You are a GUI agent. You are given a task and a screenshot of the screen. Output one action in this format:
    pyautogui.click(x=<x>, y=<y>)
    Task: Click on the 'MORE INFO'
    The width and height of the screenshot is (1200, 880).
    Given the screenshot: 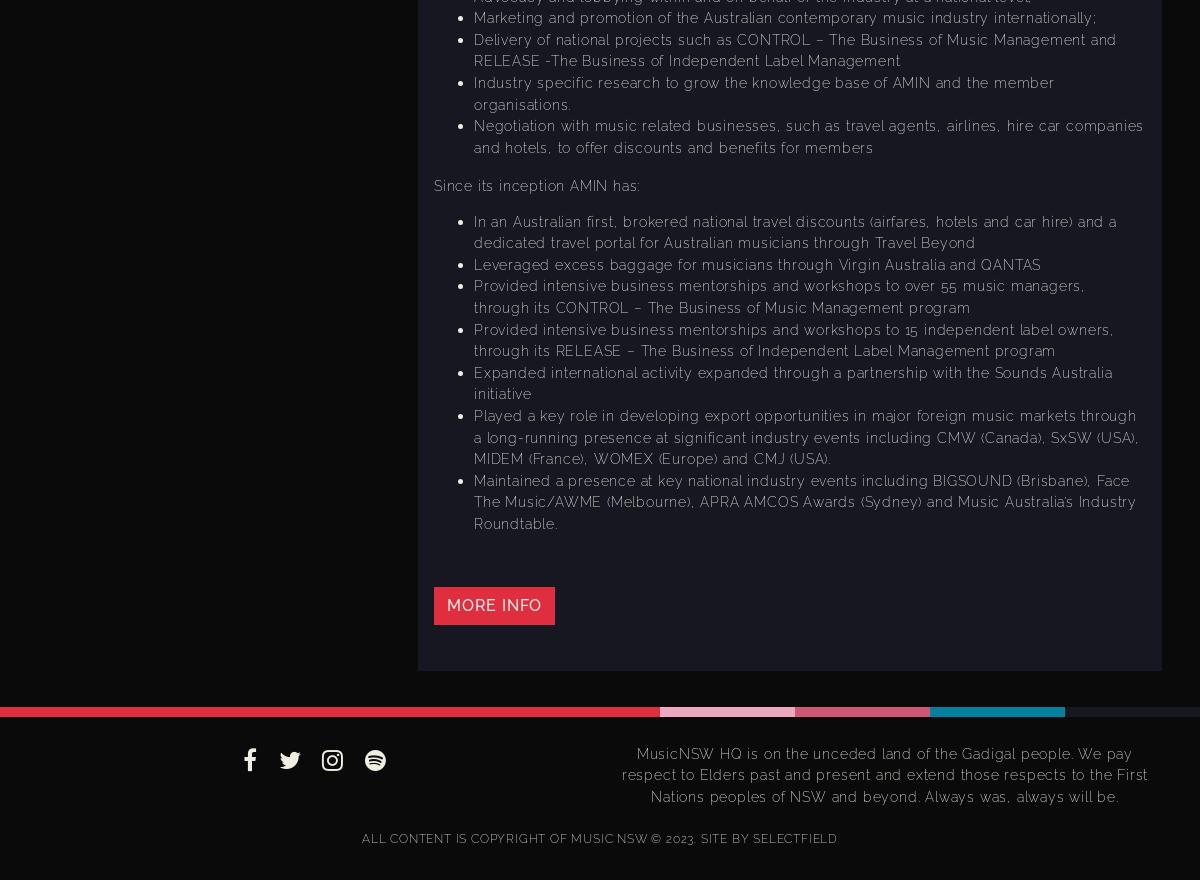 What is the action you would take?
    pyautogui.click(x=493, y=603)
    